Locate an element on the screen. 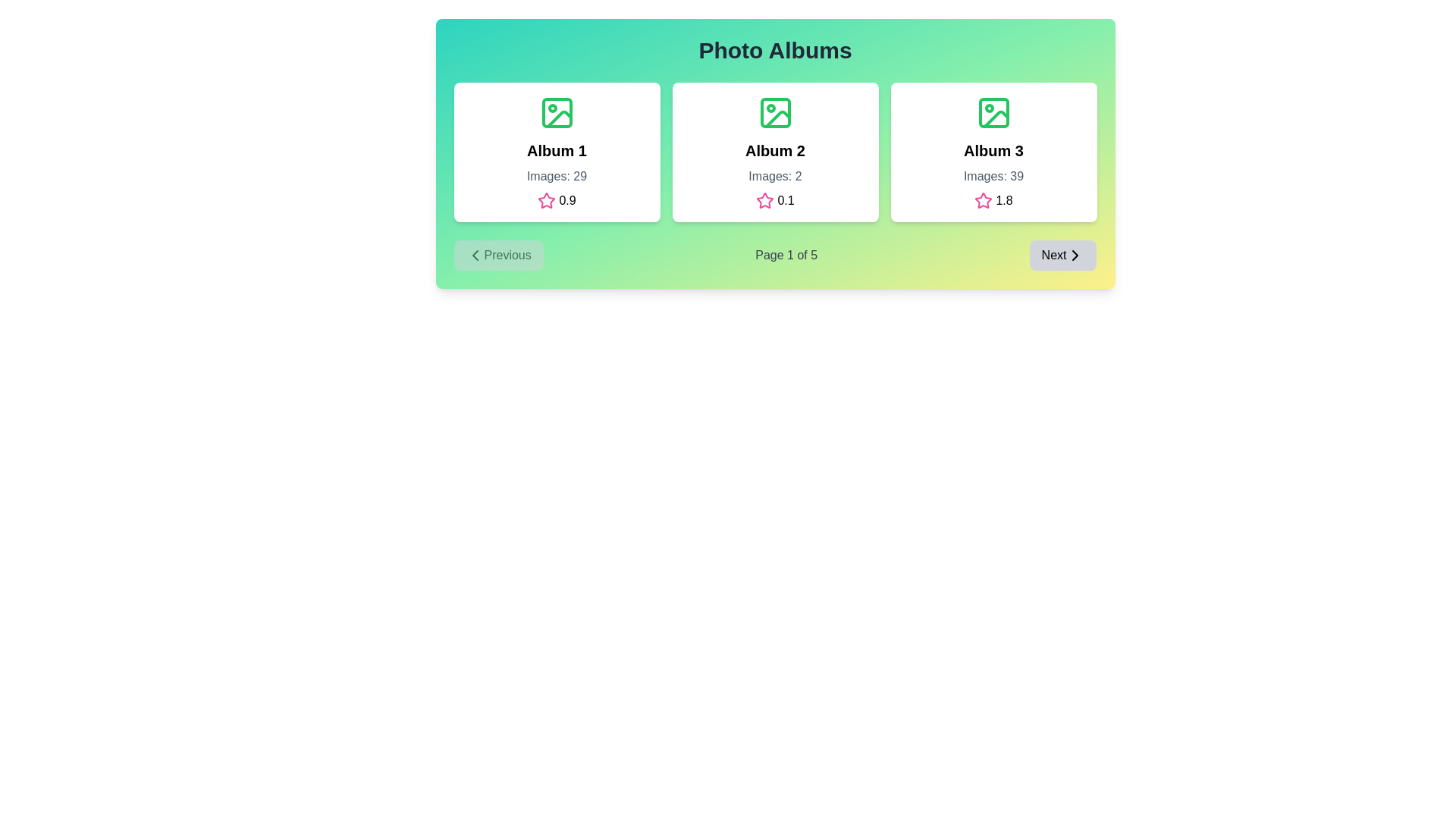 The image size is (1456, 819). the text label displaying the current rating or score for 'Album 1', located below the 'Album 1' card in the Photo Albums interface, aligned with the pink star icon is located at coordinates (566, 200).